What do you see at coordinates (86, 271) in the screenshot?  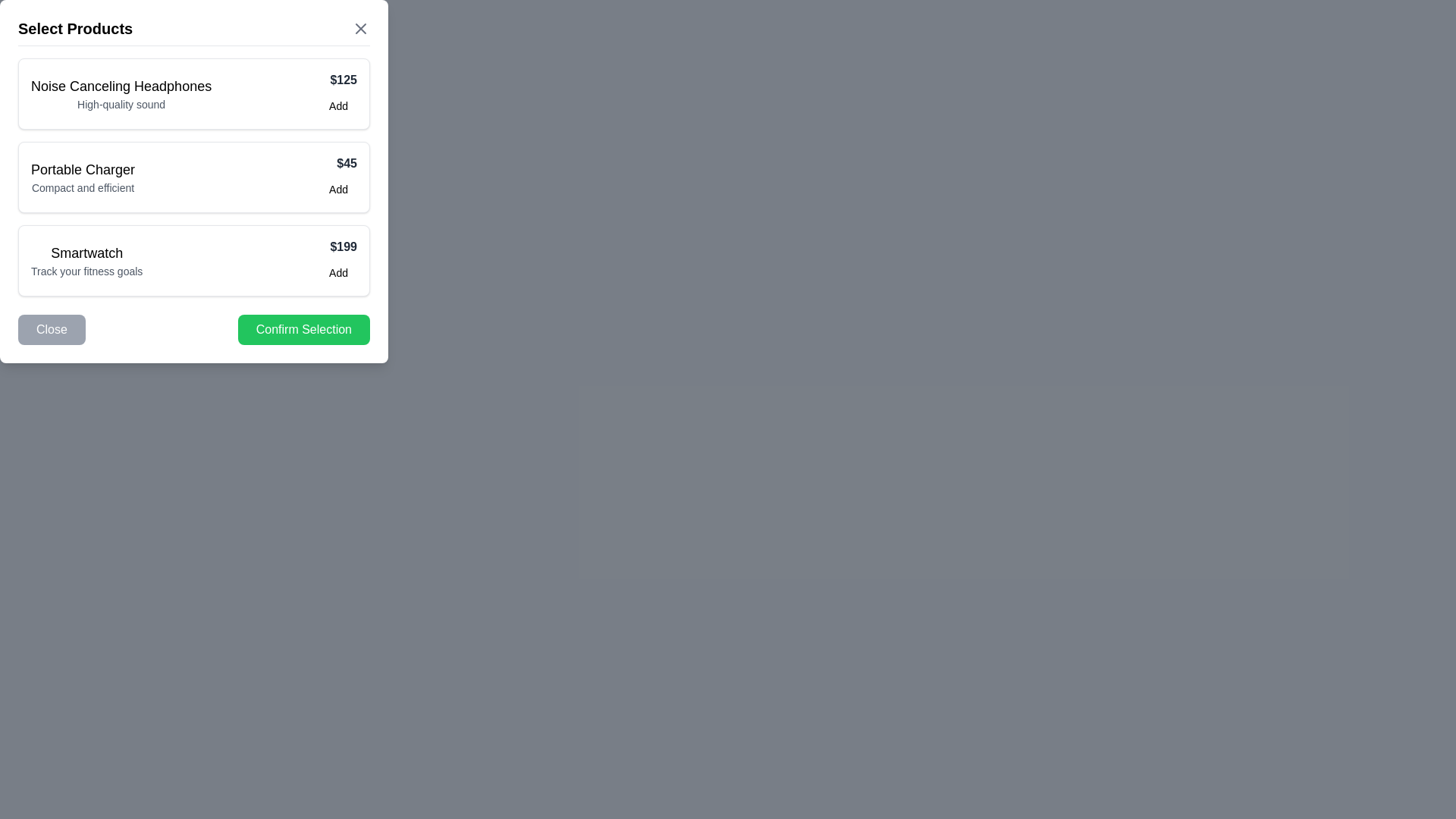 I see `the text providing a brief description about the 'Smartwatch' capability of fitness tracking, located right below the title 'Smartwatch'` at bounding box center [86, 271].